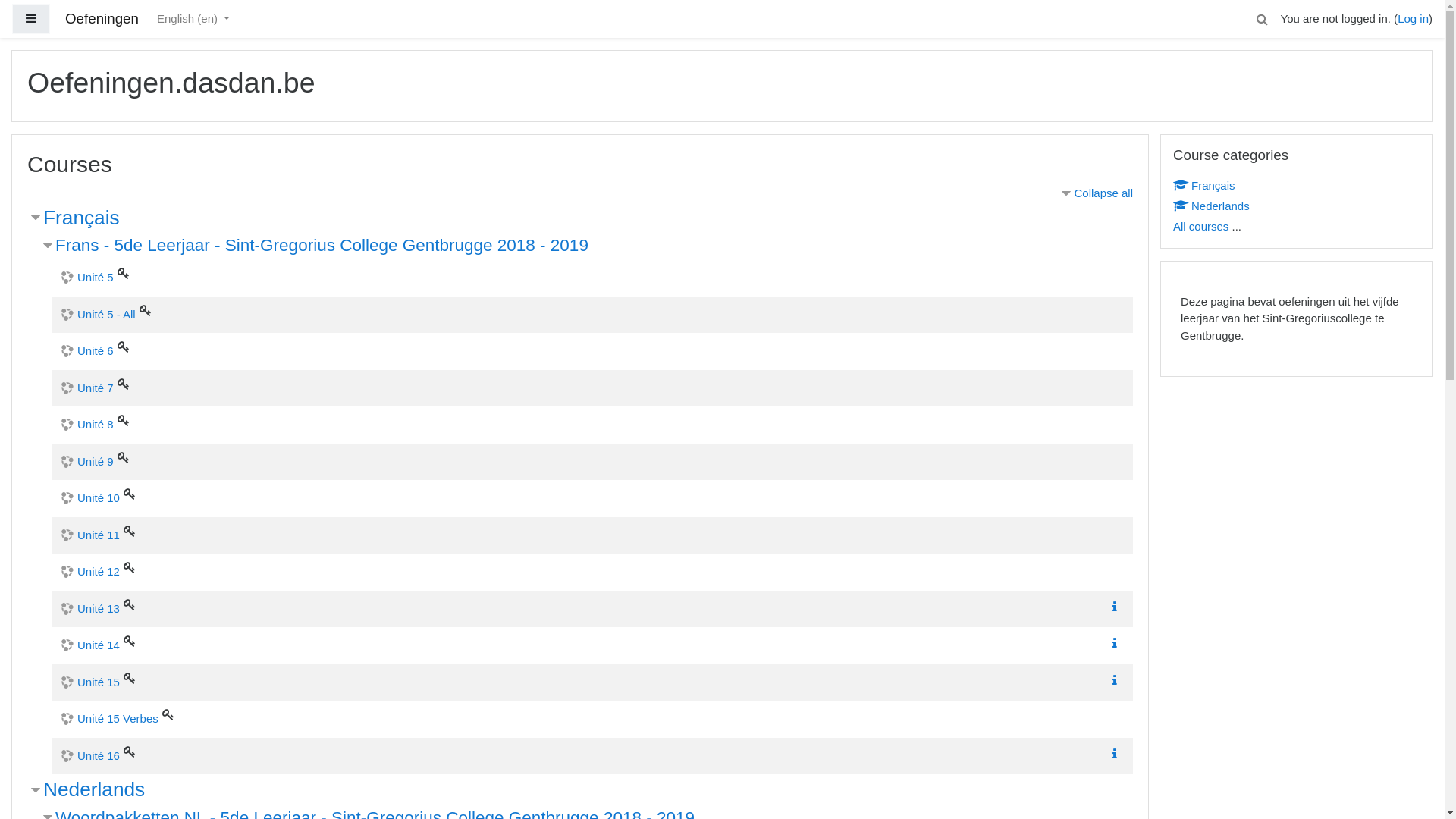  I want to click on 'Summary', so click(1114, 678).